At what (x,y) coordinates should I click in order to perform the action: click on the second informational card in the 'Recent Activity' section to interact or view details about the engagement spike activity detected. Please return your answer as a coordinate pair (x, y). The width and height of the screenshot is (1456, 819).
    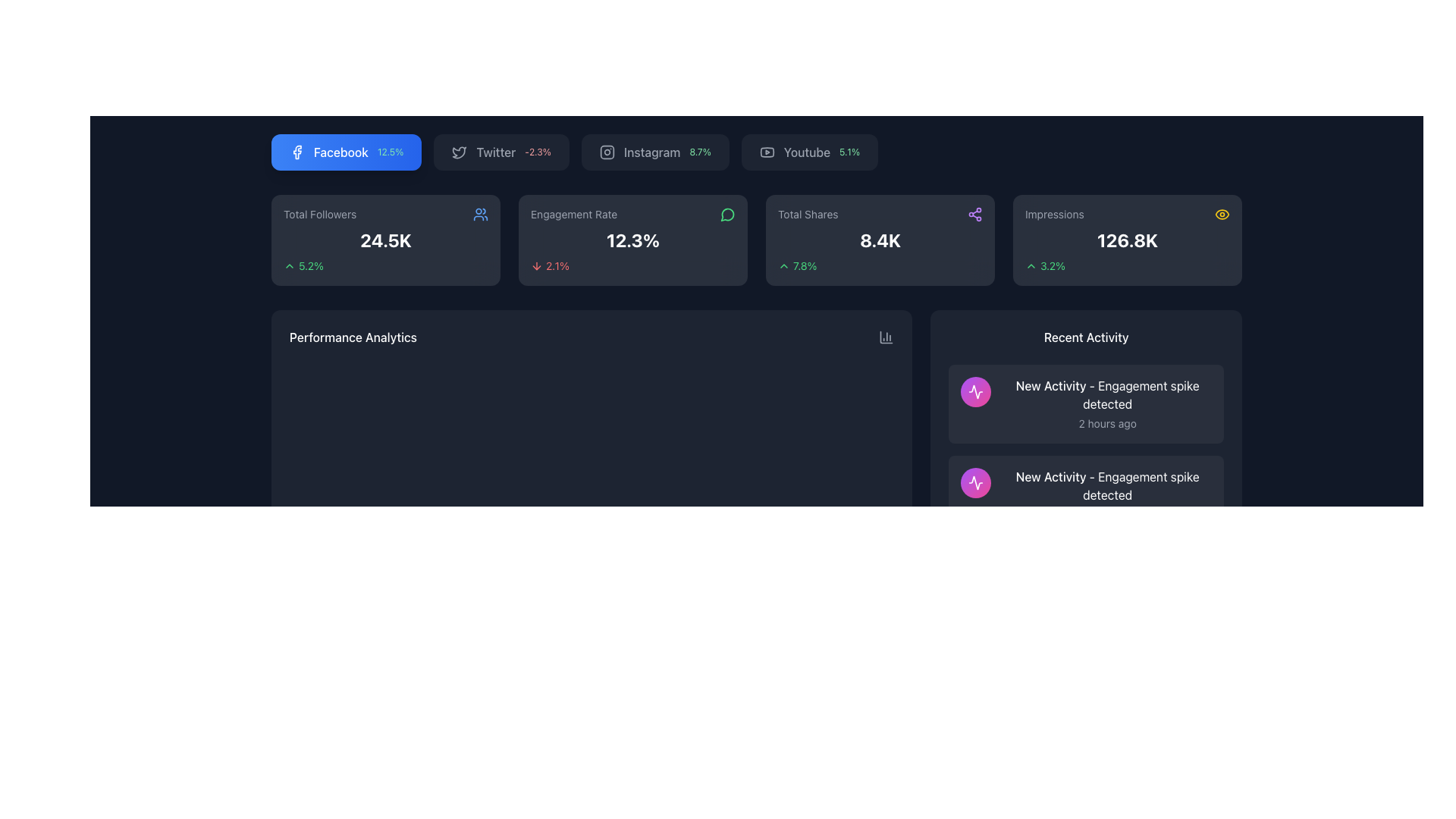
    Looking at the image, I should click on (1085, 494).